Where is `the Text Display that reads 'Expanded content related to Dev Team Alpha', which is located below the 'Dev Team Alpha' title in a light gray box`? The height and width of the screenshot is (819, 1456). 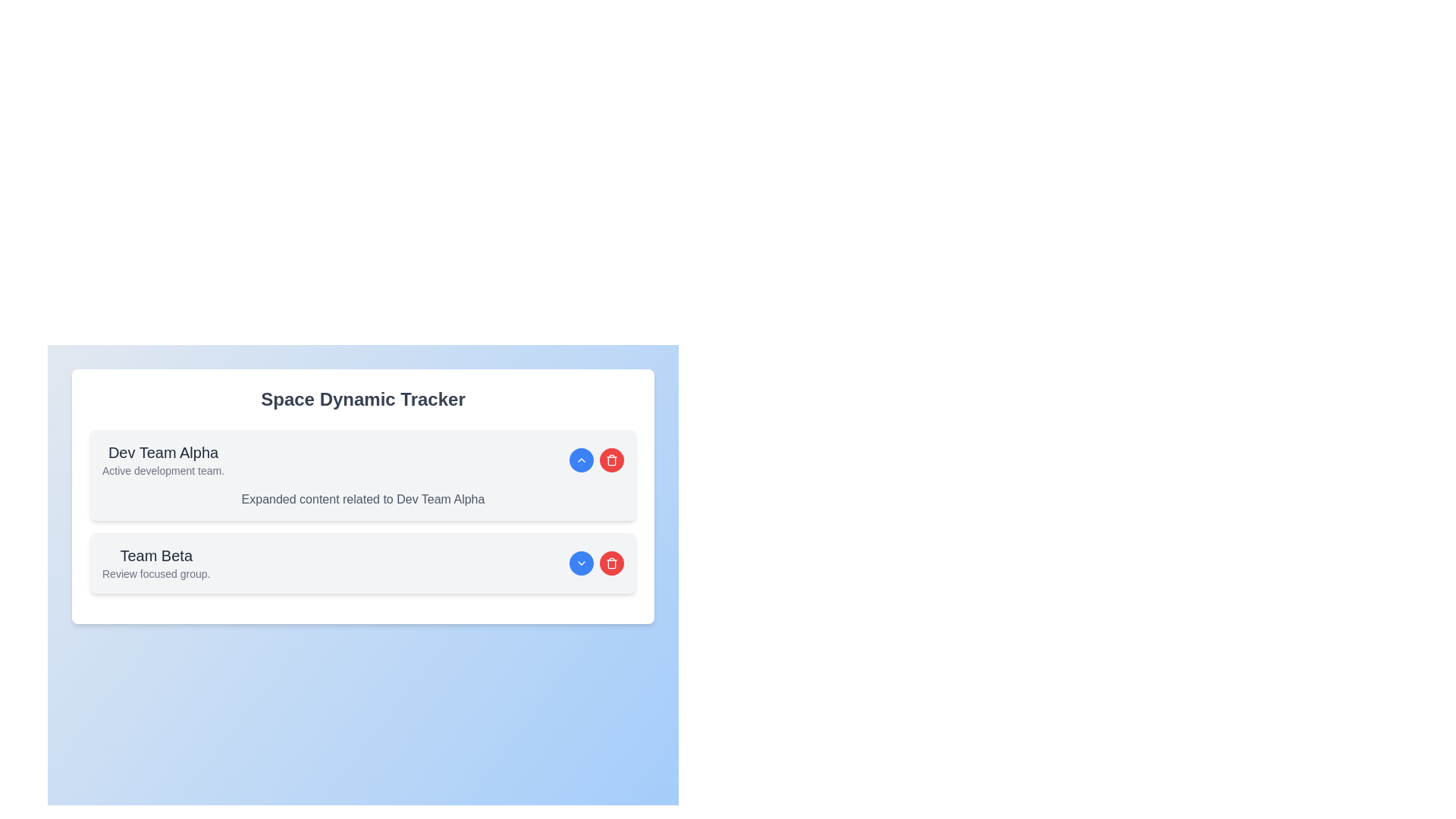 the Text Display that reads 'Expanded content related to Dev Team Alpha', which is located below the 'Dev Team Alpha' title in a light gray box is located at coordinates (362, 500).